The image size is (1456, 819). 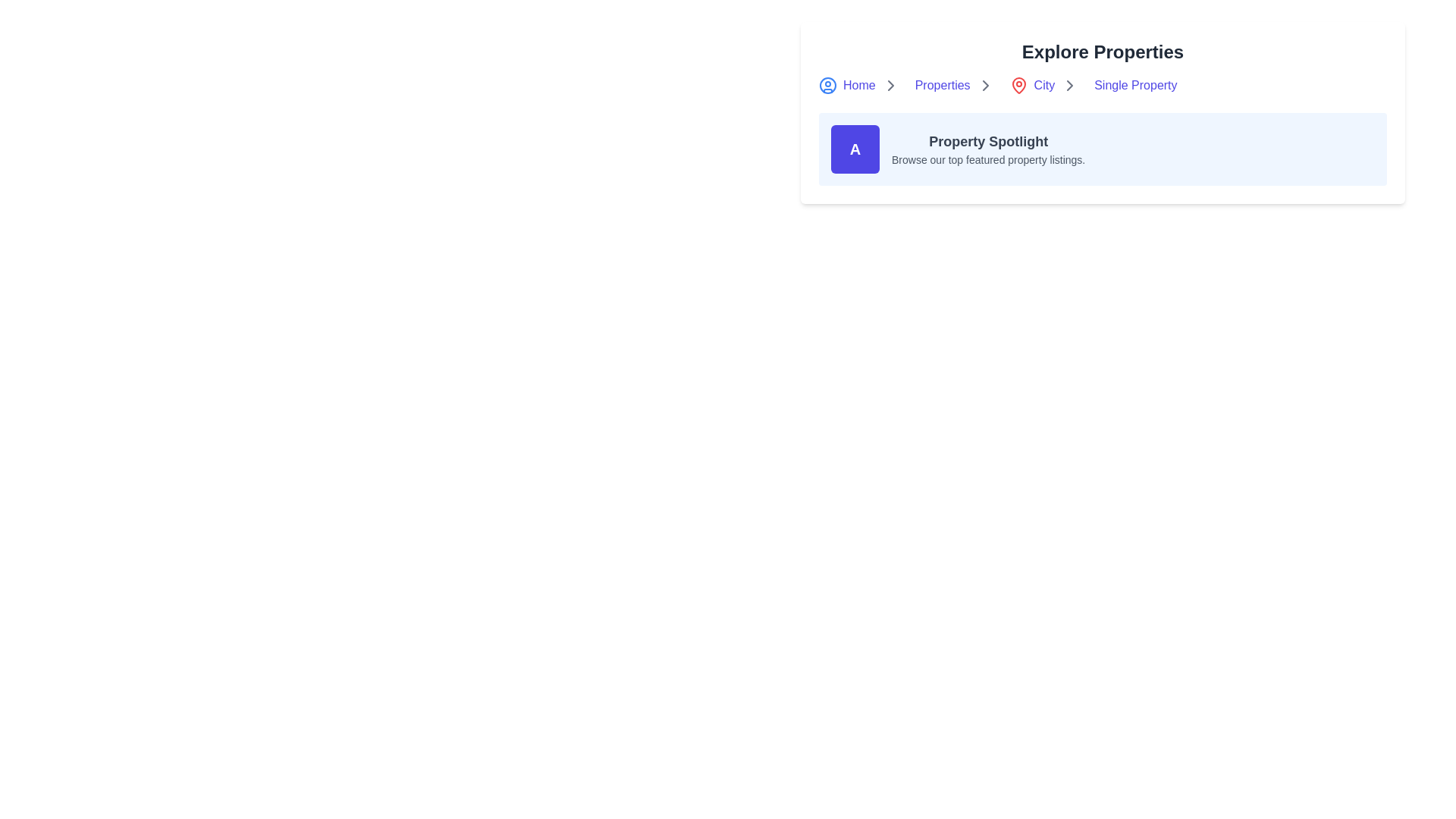 I want to click on the visual separator icon in the breadcrumb navigation bar located between the 'Properties' and 'City' labels, so click(x=890, y=85).